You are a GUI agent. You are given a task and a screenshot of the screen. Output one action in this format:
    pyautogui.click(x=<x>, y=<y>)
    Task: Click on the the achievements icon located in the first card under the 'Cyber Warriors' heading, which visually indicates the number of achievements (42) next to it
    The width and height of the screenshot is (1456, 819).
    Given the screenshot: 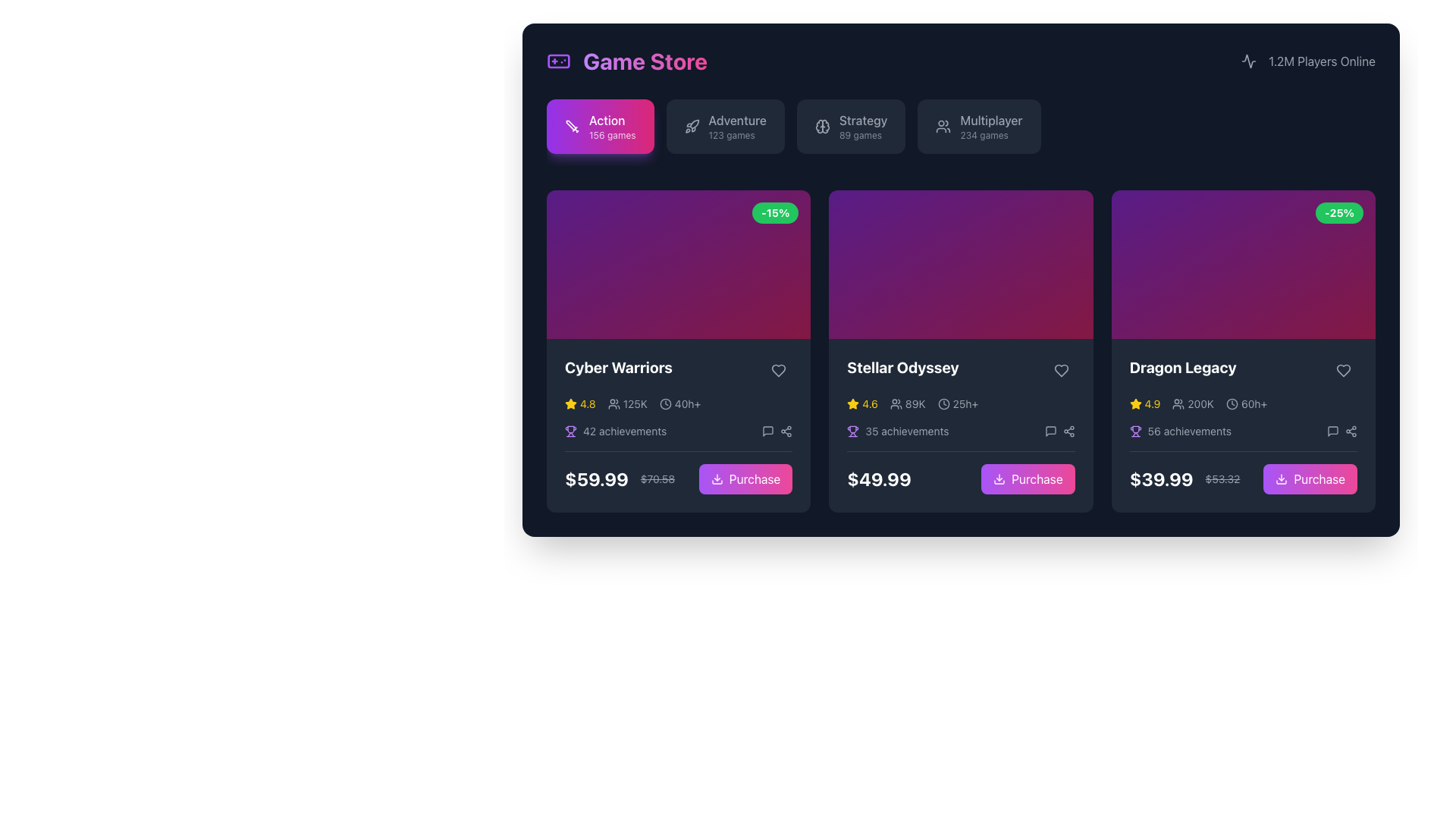 What is the action you would take?
    pyautogui.click(x=570, y=430)
    